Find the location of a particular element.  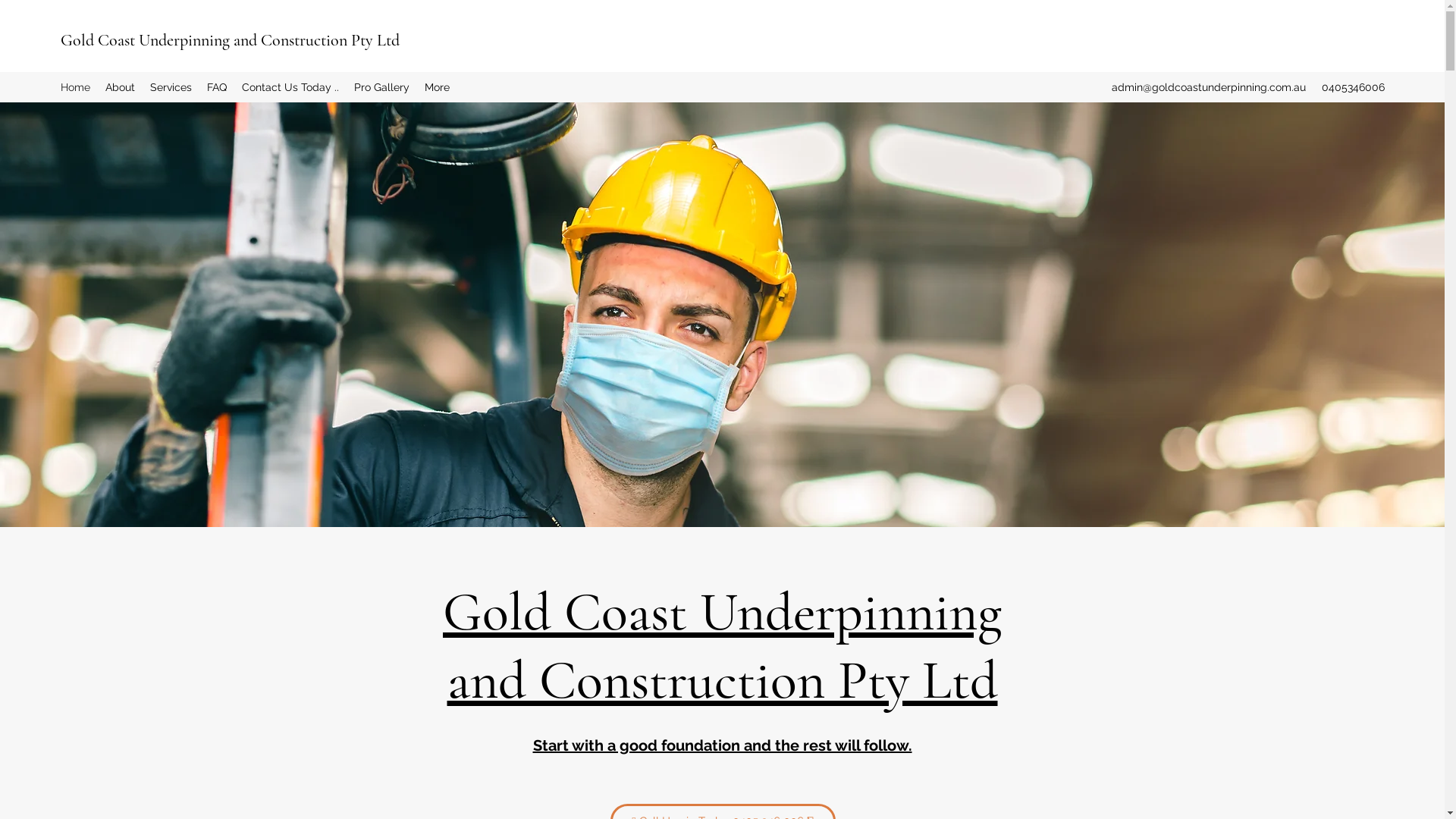

'Services' is located at coordinates (171, 87).